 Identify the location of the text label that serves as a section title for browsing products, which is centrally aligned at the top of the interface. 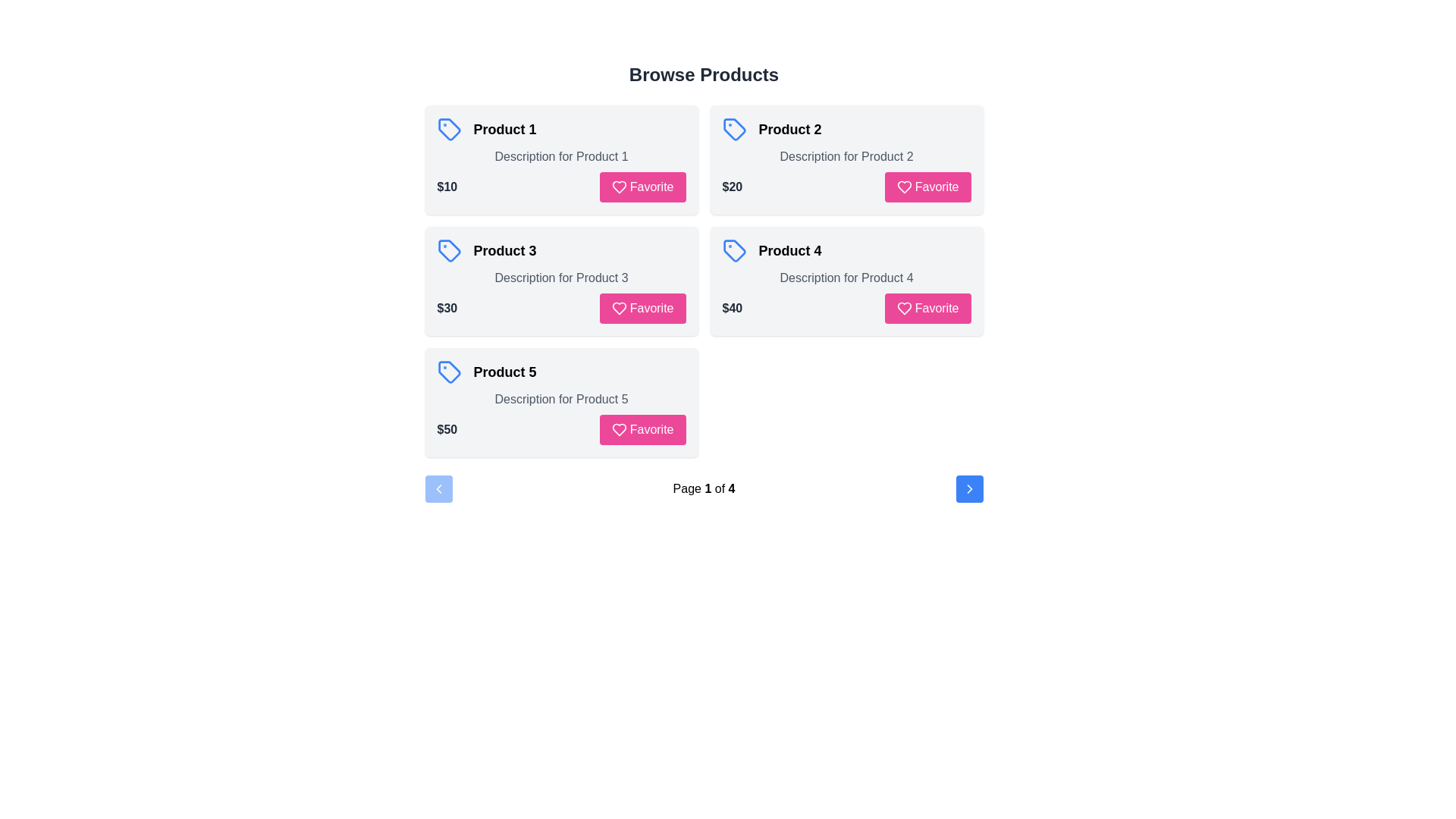
(703, 75).